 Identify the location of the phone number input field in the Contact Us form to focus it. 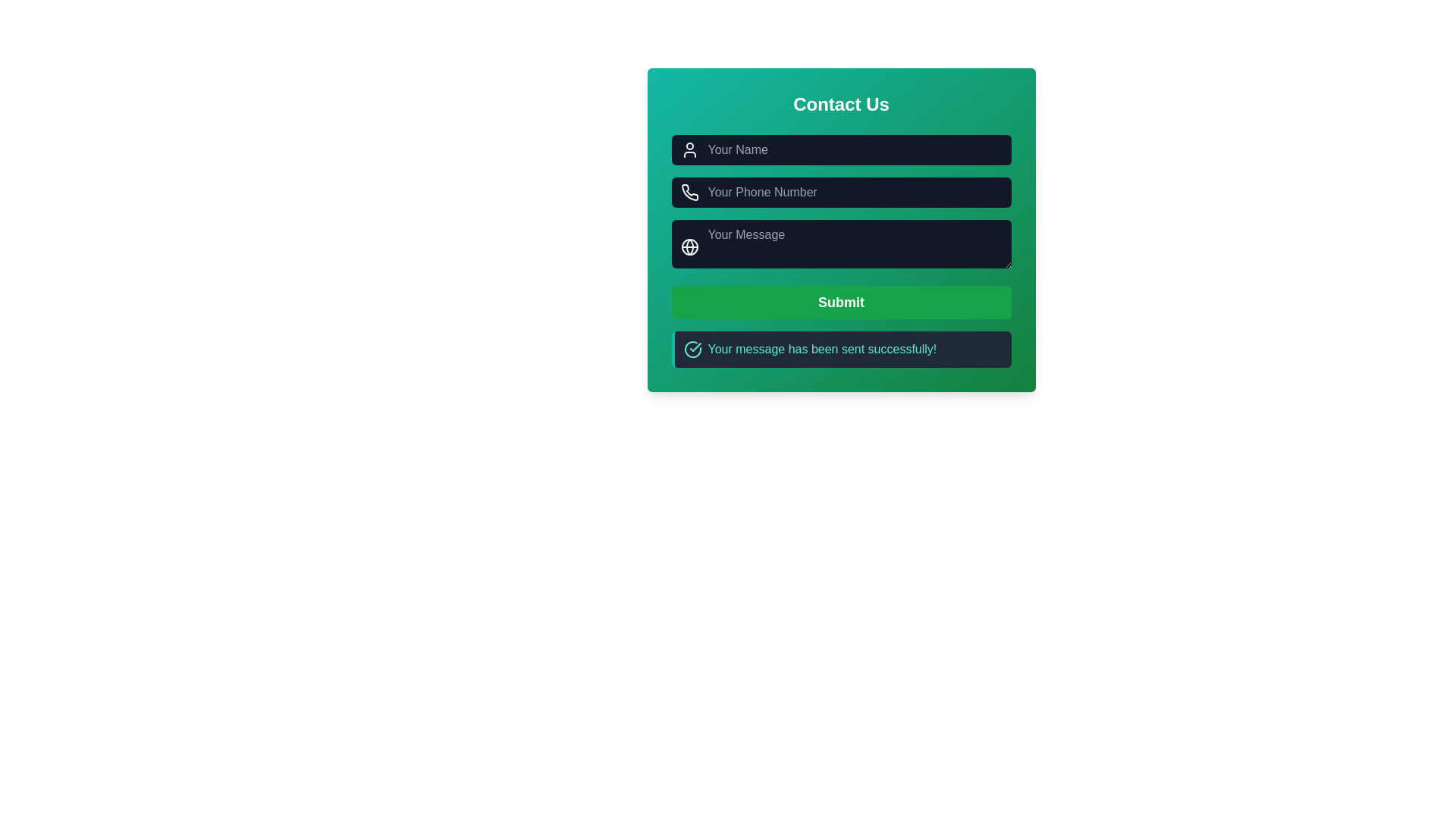
(840, 192).